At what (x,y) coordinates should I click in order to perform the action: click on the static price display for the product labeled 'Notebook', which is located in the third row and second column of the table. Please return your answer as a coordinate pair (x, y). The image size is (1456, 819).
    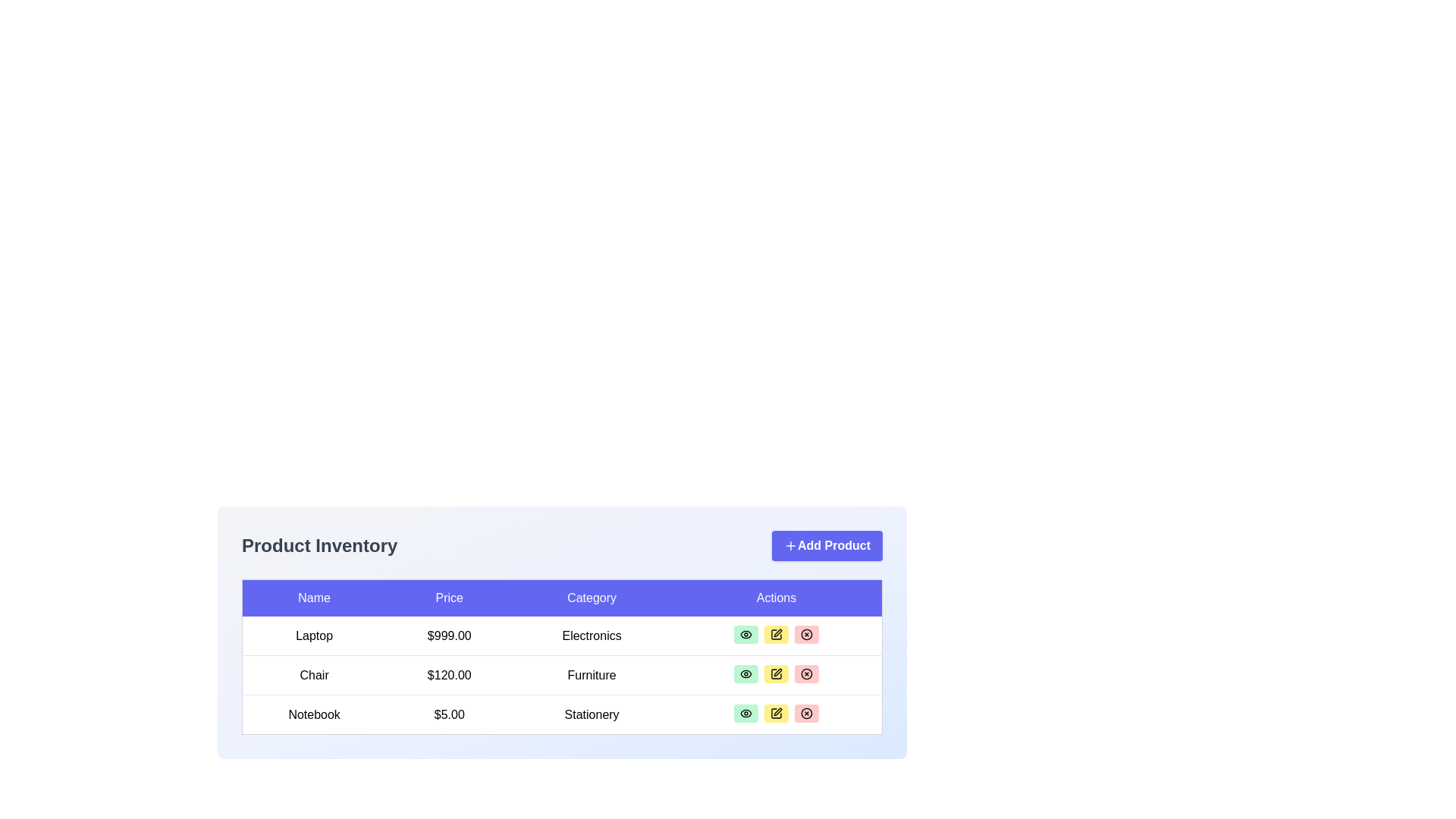
    Looking at the image, I should click on (448, 714).